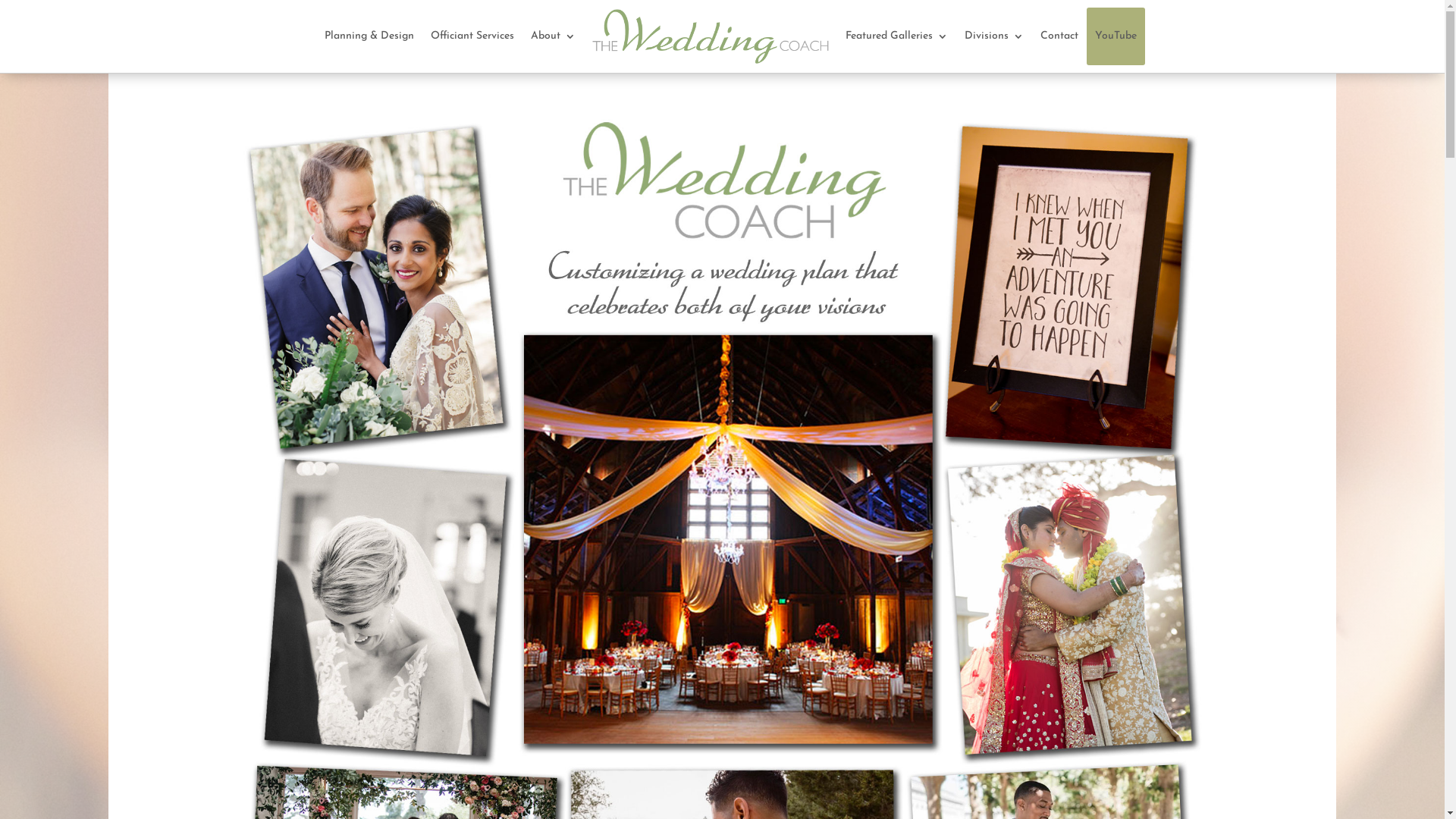 Image resolution: width=1456 pixels, height=819 pixels. I want to click on 'Planning & Design', so click(323, 35).